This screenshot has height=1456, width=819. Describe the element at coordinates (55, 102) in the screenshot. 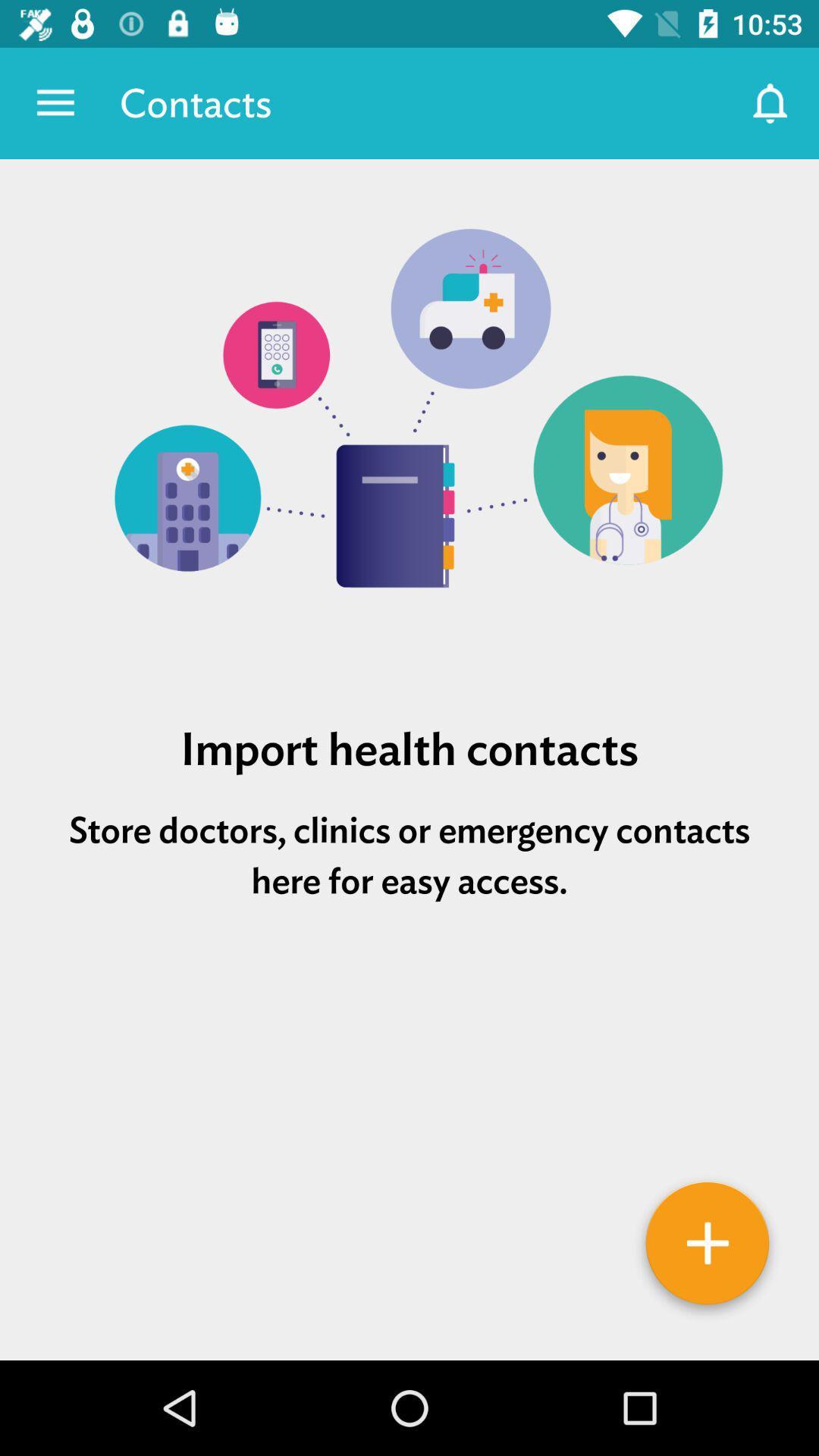

I see `icon to the left of the contacts icon` at that location.